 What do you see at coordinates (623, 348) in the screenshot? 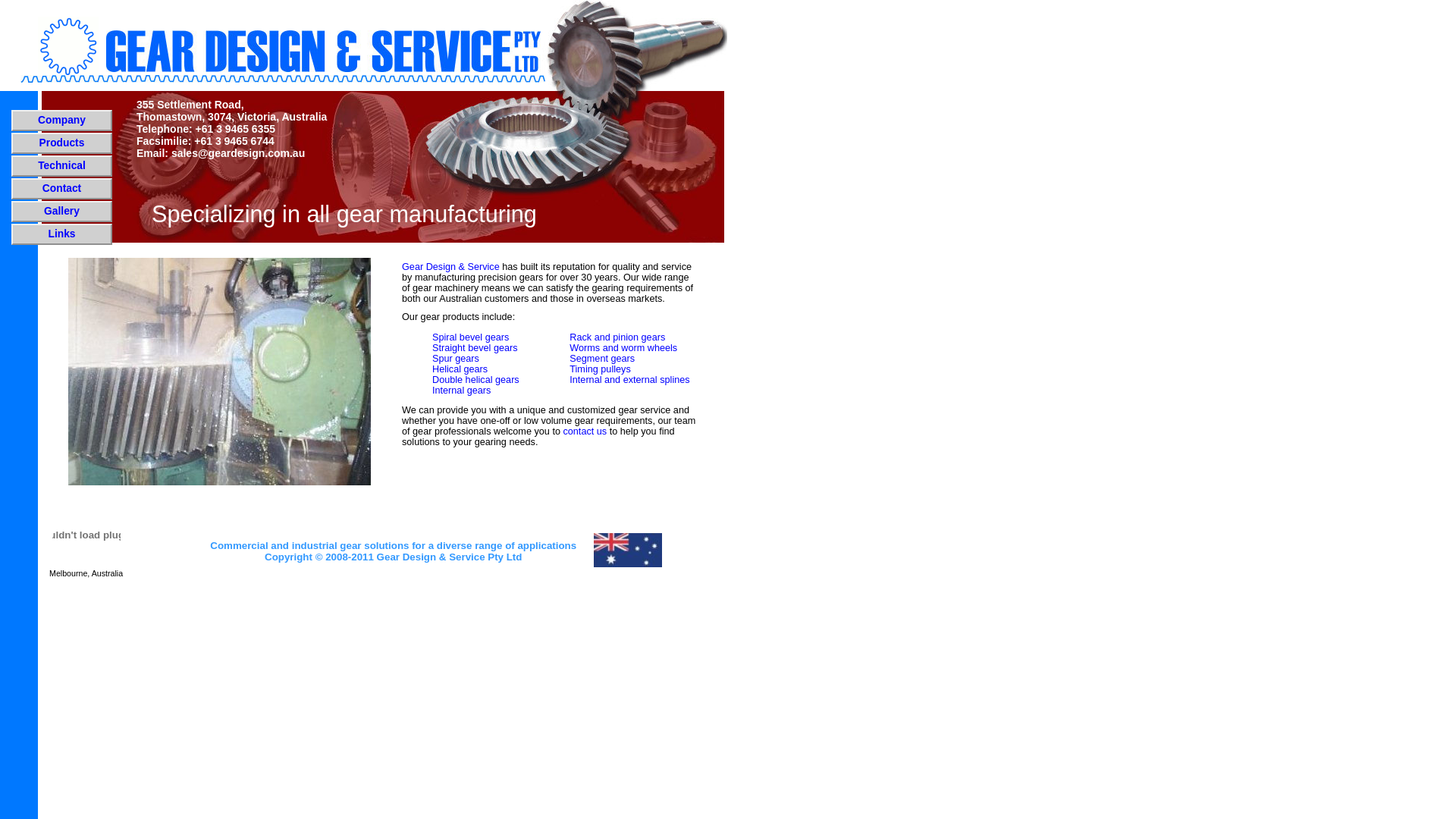
I see `'Worms and worm wheels'` at bounding box center [623, 348].